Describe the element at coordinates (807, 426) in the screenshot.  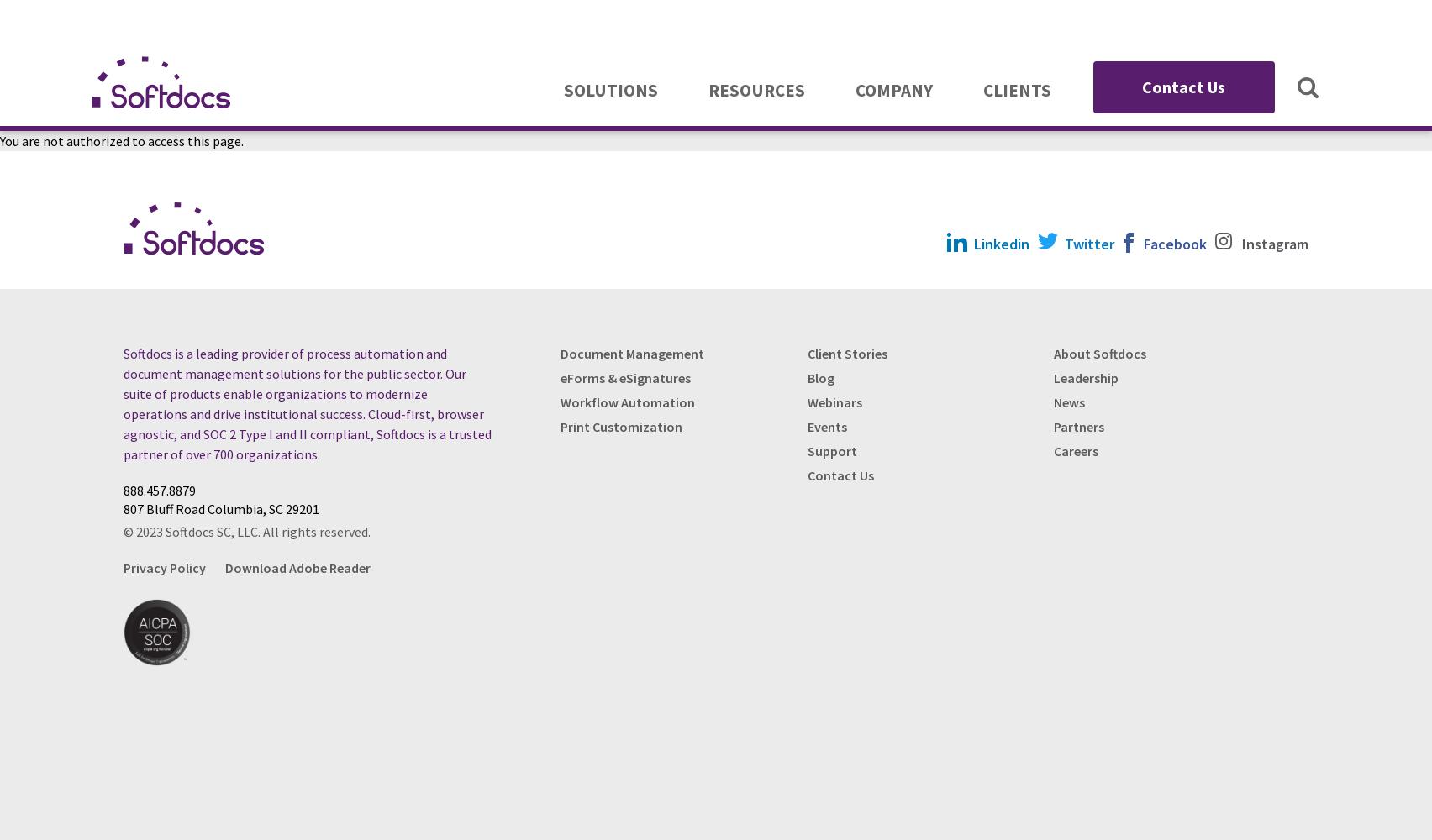
I see `'Events'` at that location.